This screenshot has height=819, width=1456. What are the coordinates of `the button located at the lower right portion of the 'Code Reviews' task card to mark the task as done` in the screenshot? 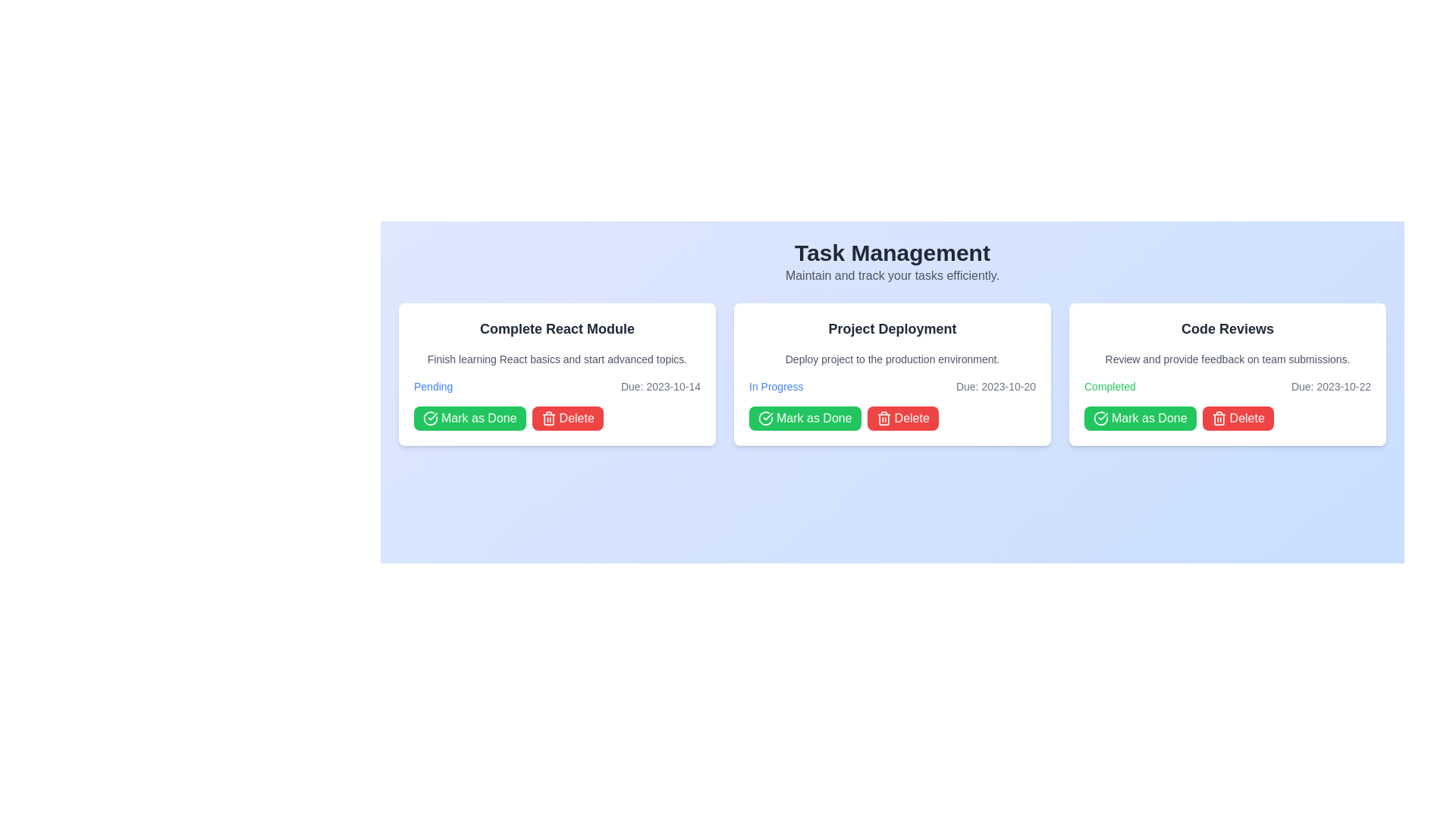 It's located at (1149, 418).